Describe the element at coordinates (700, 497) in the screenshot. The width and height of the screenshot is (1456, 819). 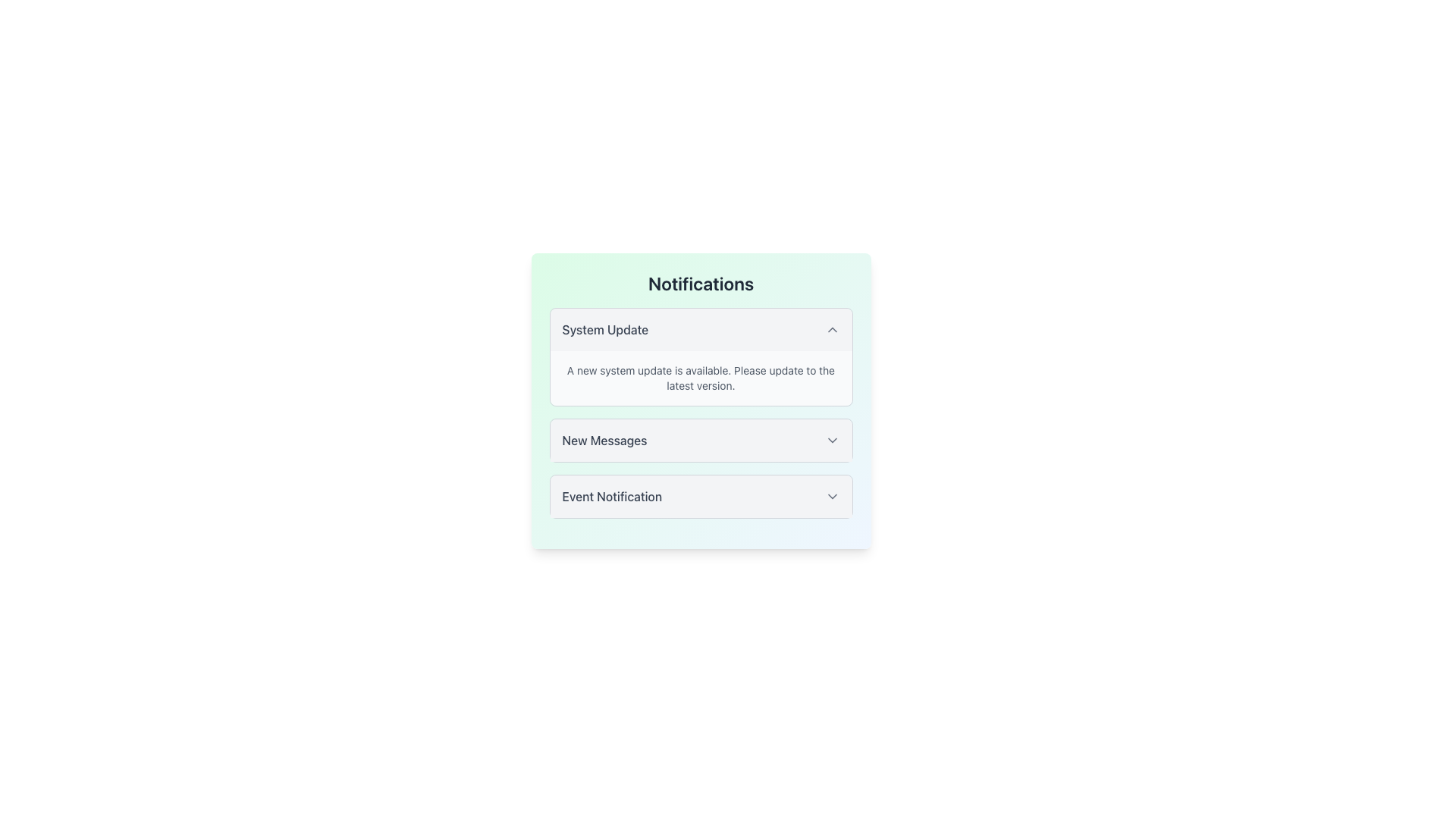
I see `the 'Event Notification' dropdown menu header to trigger the background color change effect` at that location.